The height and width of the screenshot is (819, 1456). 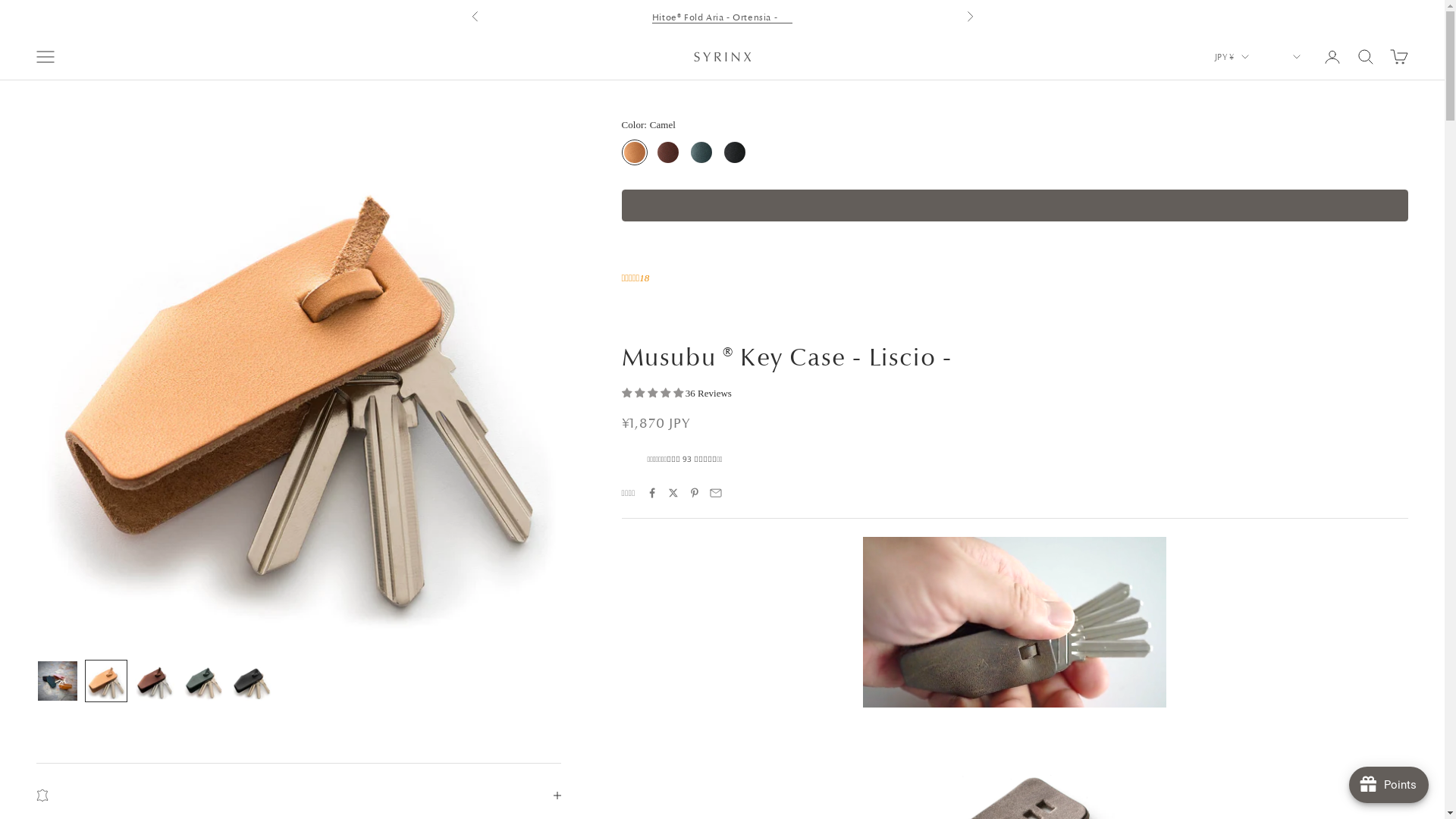 What do you see at coordinates (720, 55) in the screenshot?
I see `'Syrinx'` at bounding box center [720, 55].